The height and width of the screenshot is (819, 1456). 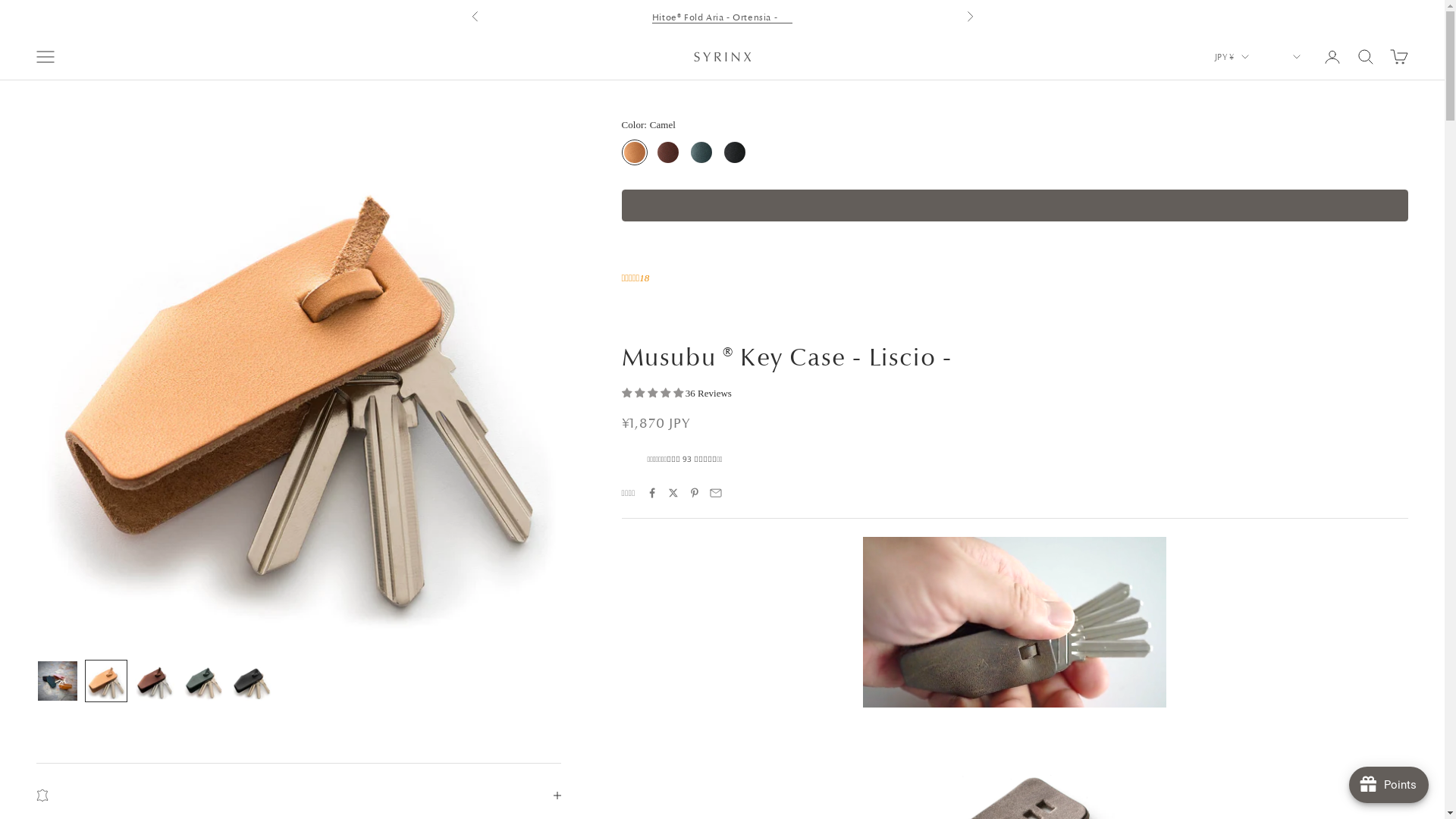 What do you see at coordinates (720, 55) in the screenshot?
I see `'Syrinx'` at bounding box center [720, 55].